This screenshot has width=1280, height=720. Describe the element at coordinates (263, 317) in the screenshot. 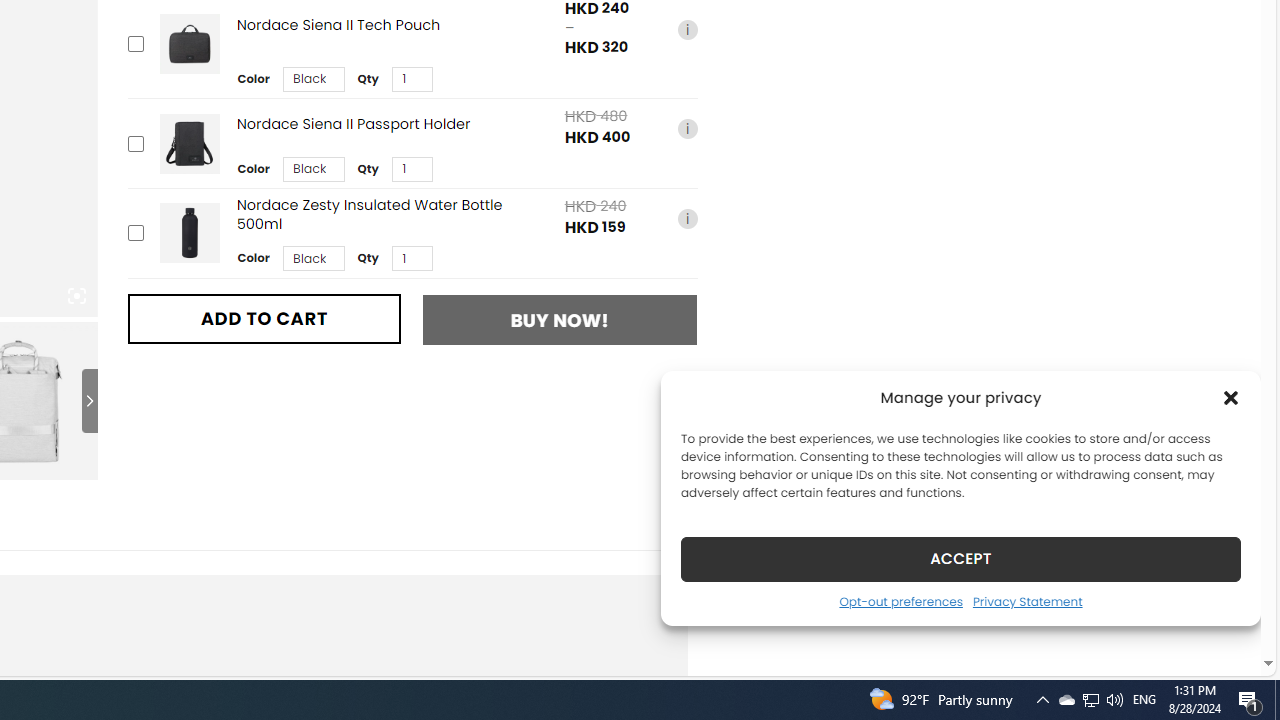

I see `'ADD TO CART'` at that location.